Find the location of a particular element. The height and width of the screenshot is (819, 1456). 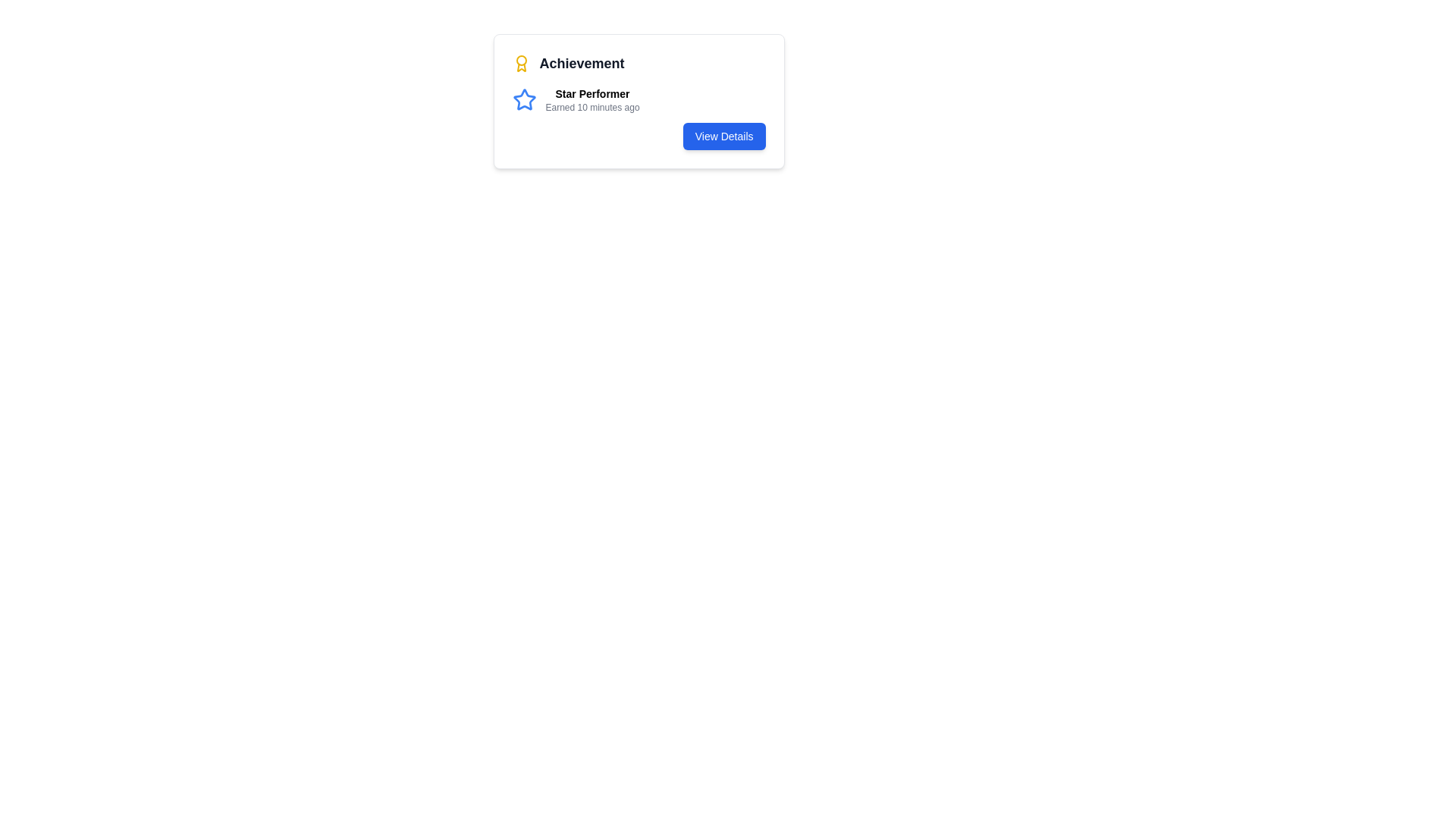

the 'View Details' button, which is a rectangular button with a blue background and white text, located at the bottom-right corner of the 'Star Performer' card is located at coordinates (723, 136).